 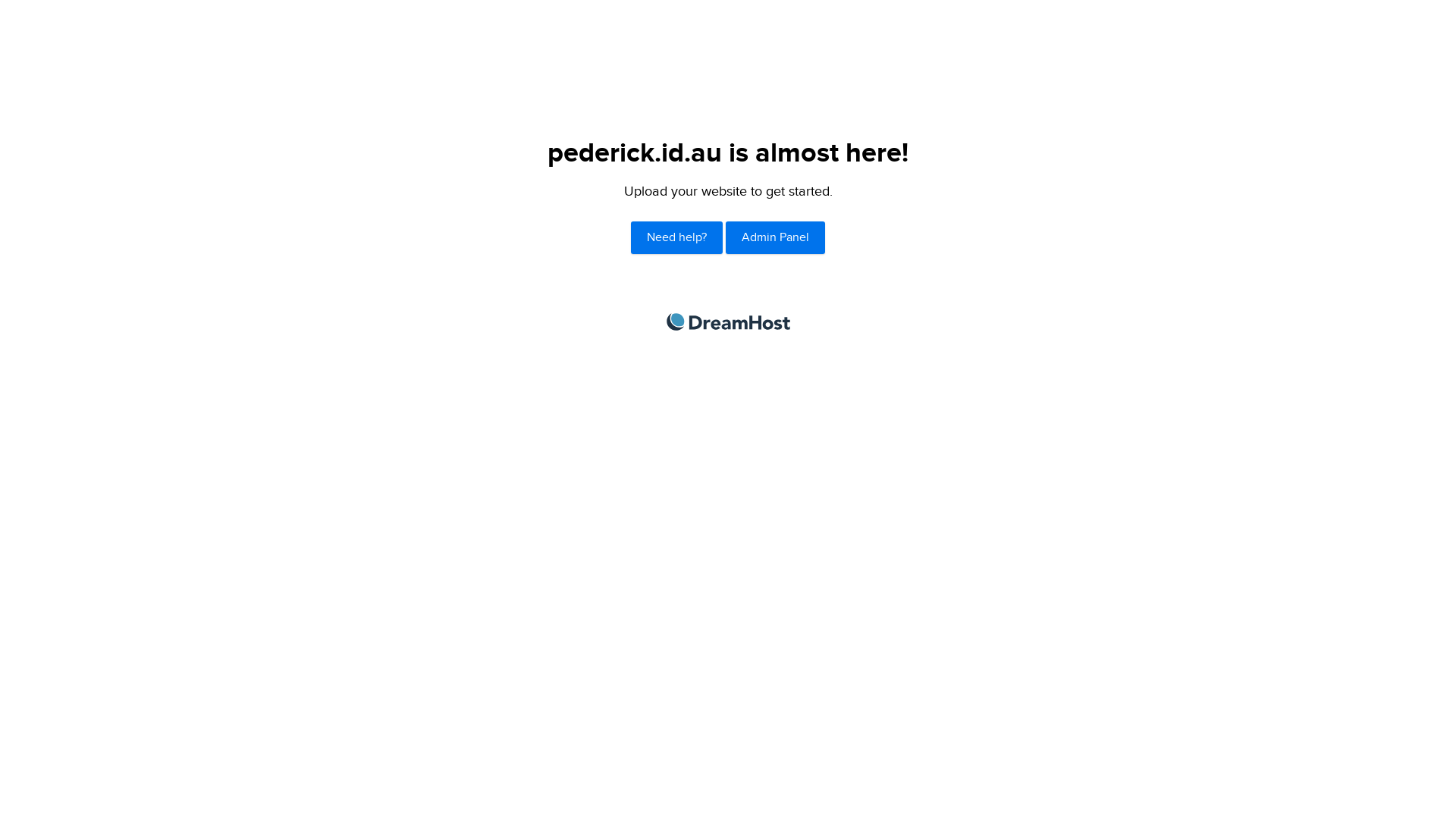 I want to click on 'DreamHost', so click(x=726, y=320).